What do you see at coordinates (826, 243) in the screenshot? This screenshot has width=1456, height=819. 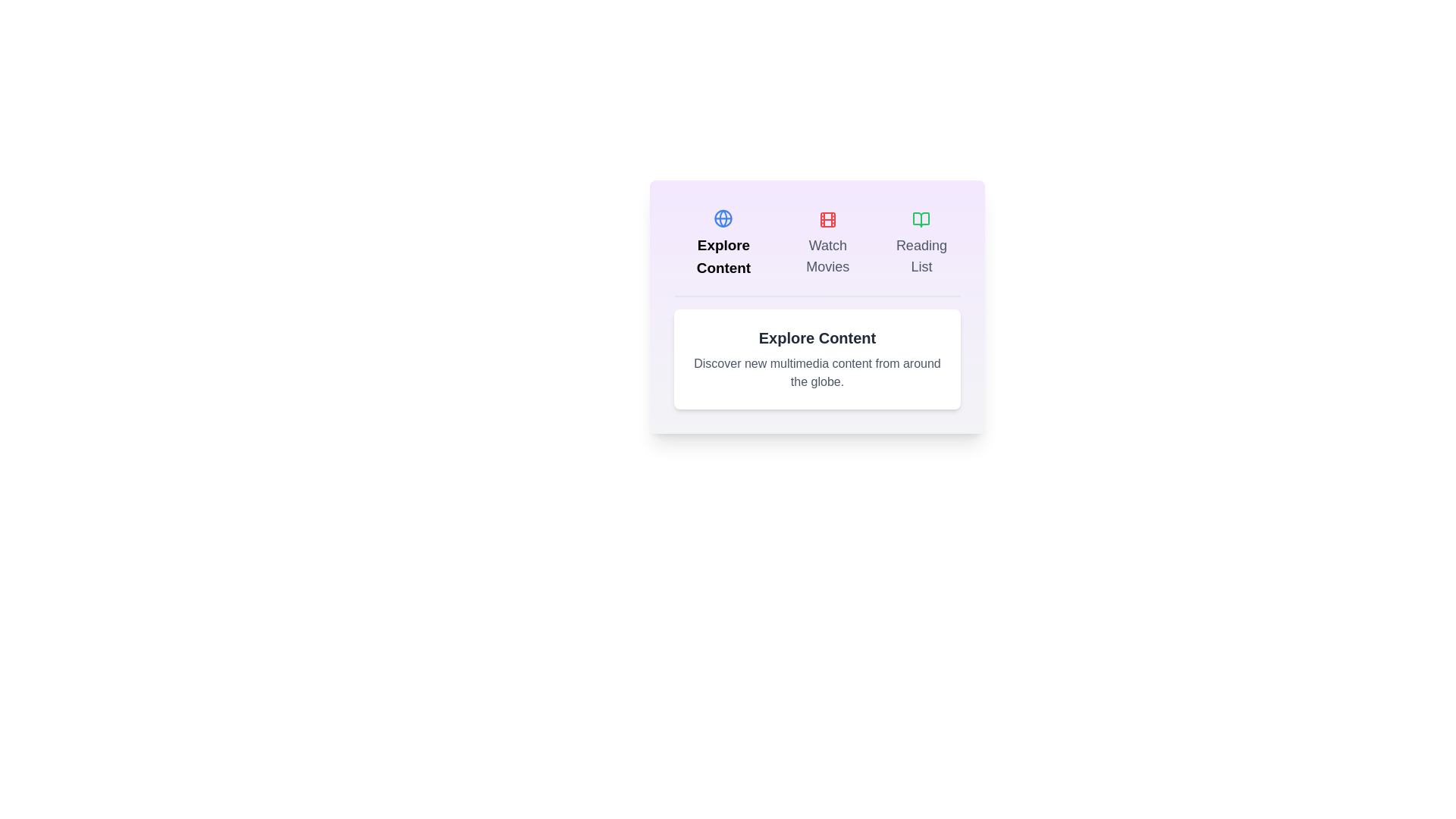 I see `the tab labeled 'Watch Movies' to switch the content` at bounding box center [826, 243].